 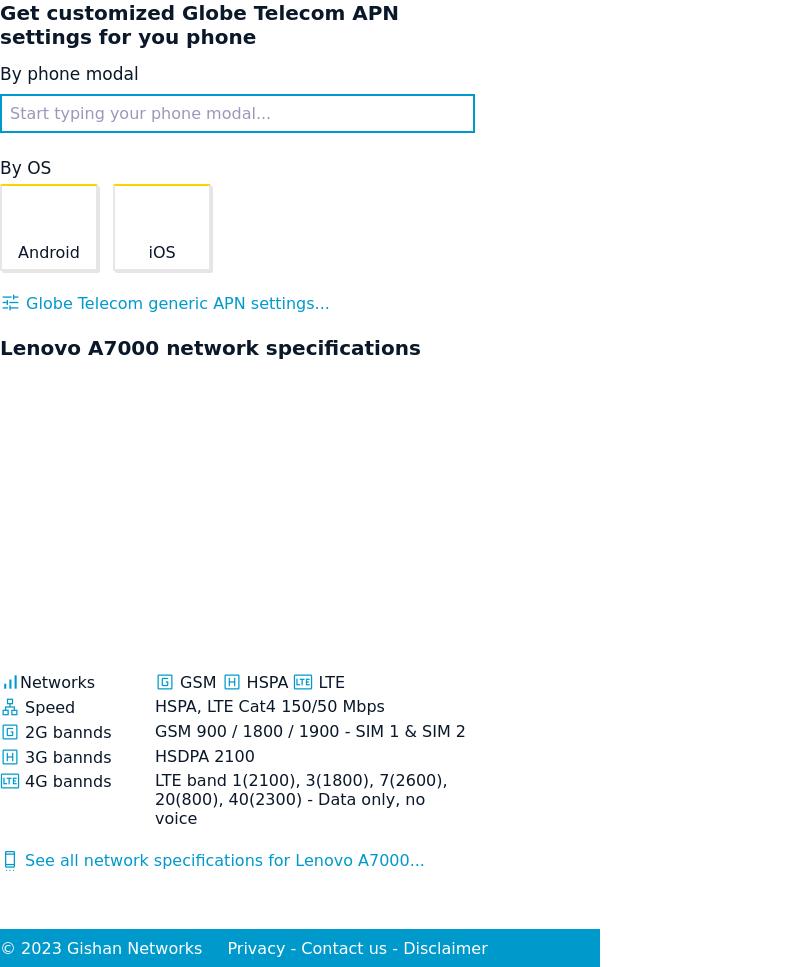 I want to click on 'settings_cell', so click(x=10, y=858).